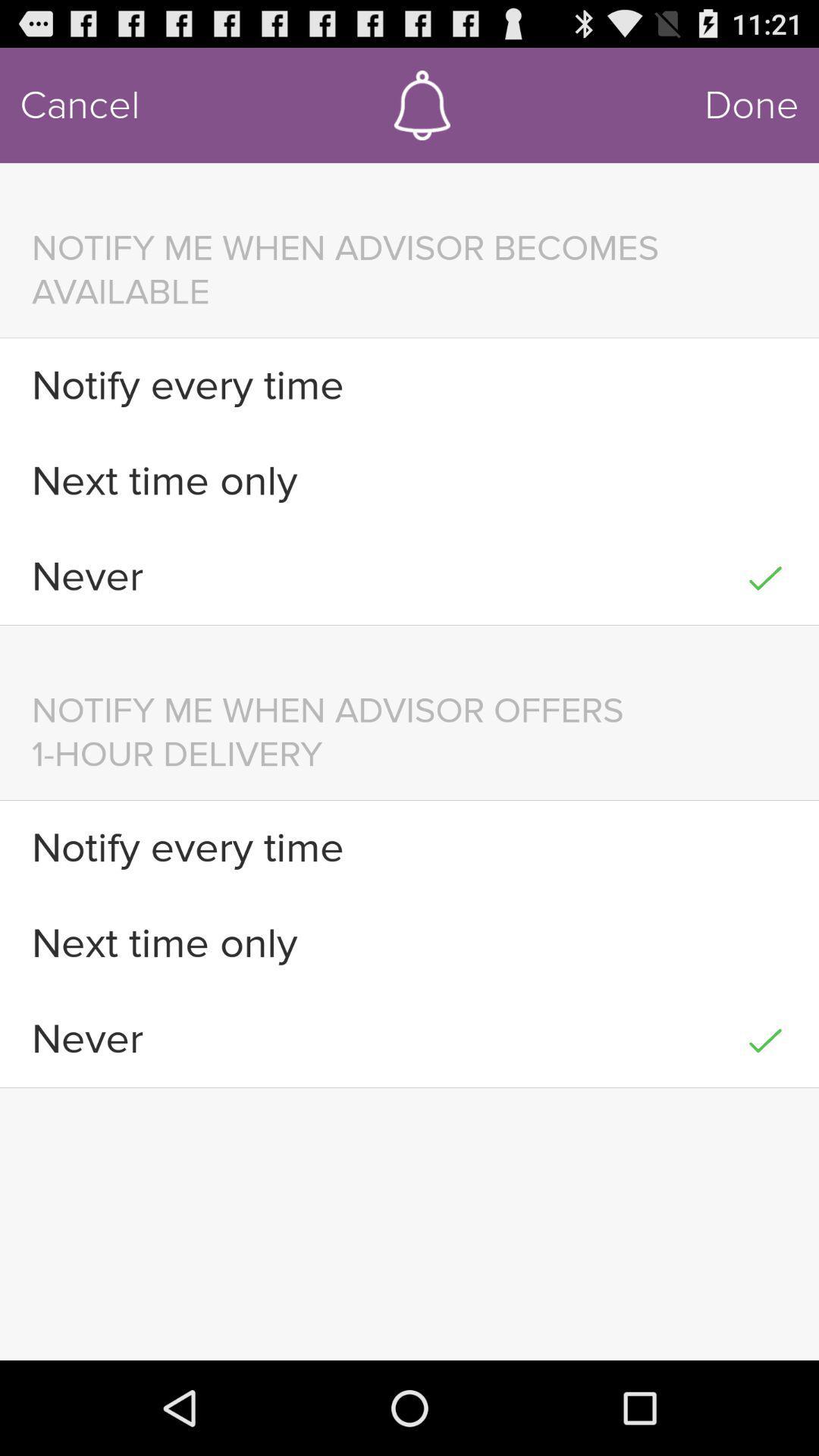 The height and width of the screenshot is (1456, 819). Describe the element at coordinates (765, 480) in the screenshot. I see `item next to next time only` at that location.